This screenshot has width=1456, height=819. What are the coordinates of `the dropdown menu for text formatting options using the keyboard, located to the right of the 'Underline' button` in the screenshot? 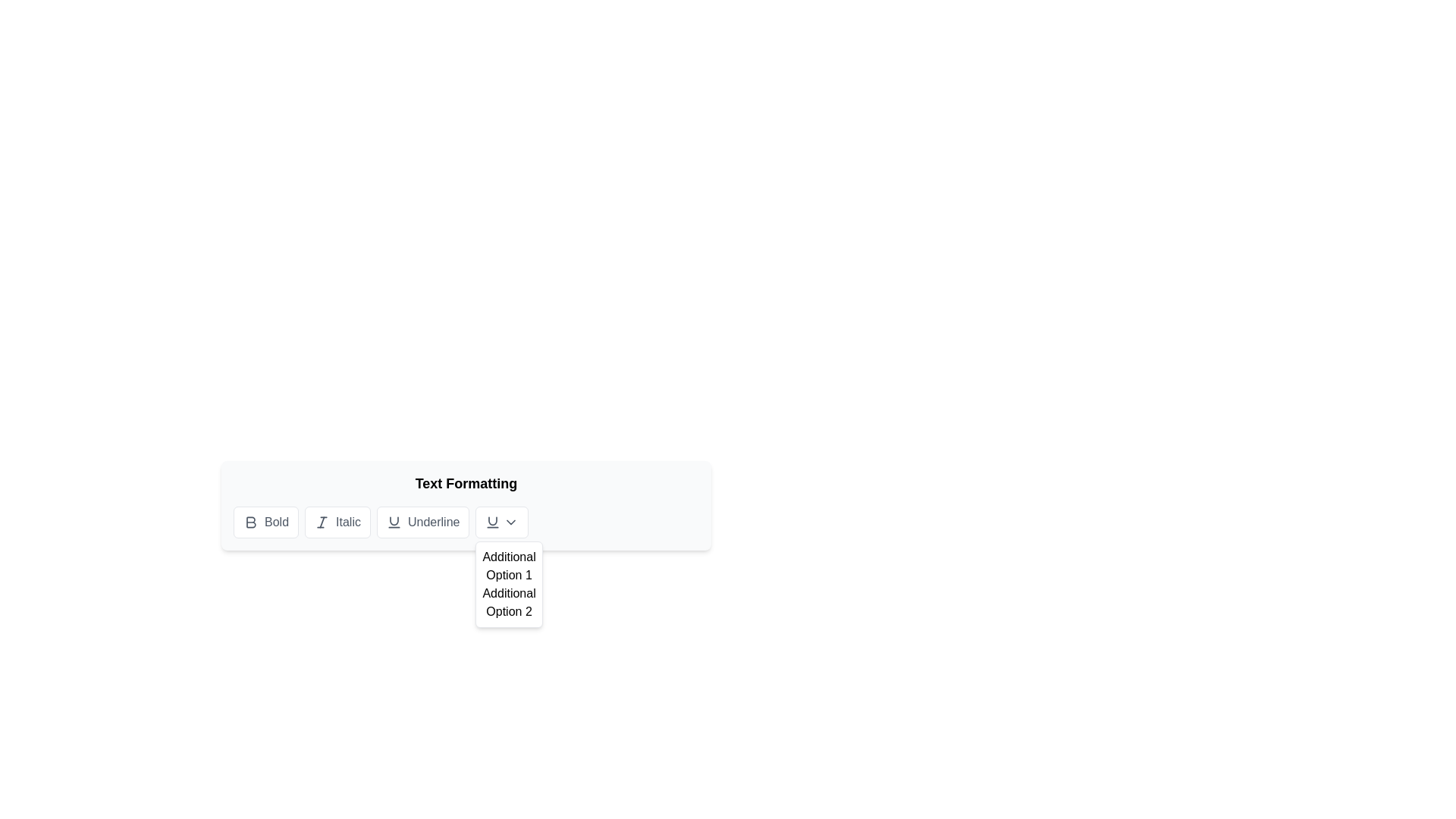 It's located at (502, 522).